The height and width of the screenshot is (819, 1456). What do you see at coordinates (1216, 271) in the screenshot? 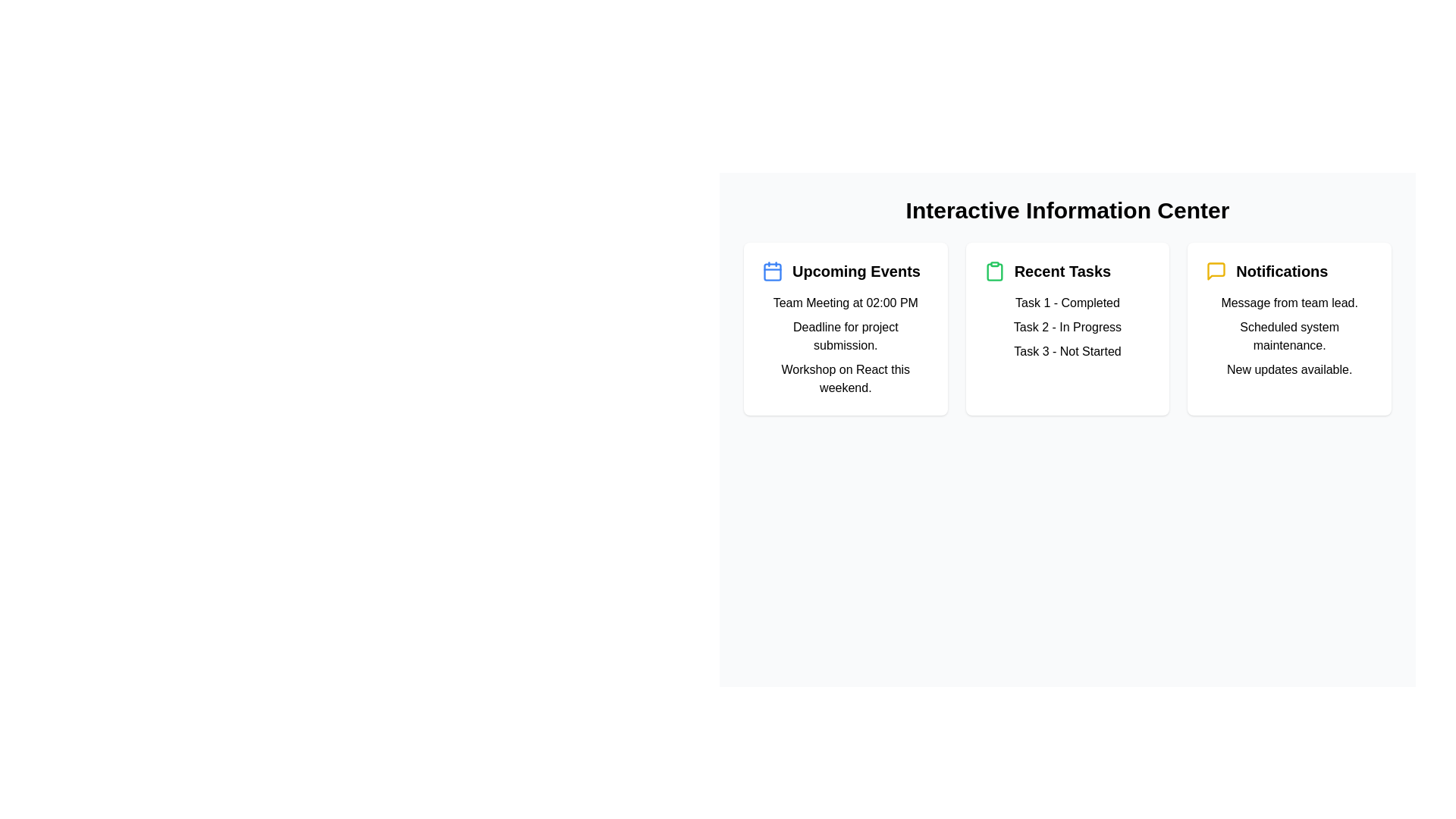
I see `the notifications icon, which serves as a visual indicator for the notifications section, located to the left of the text 'Notifications'` at bounding box center [1216, 271].